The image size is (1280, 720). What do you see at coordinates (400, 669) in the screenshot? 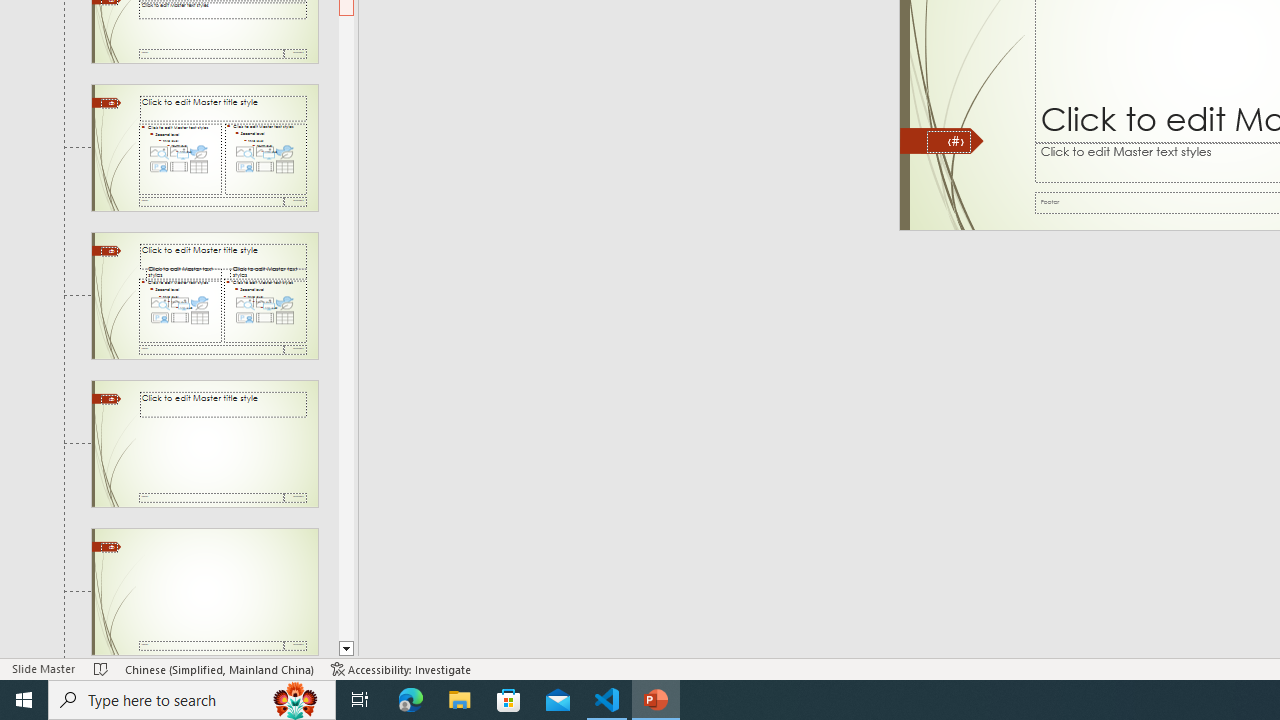
I see `'Accessibility Checker Accessibility: Investigate'` at bounding box center [400, 669].